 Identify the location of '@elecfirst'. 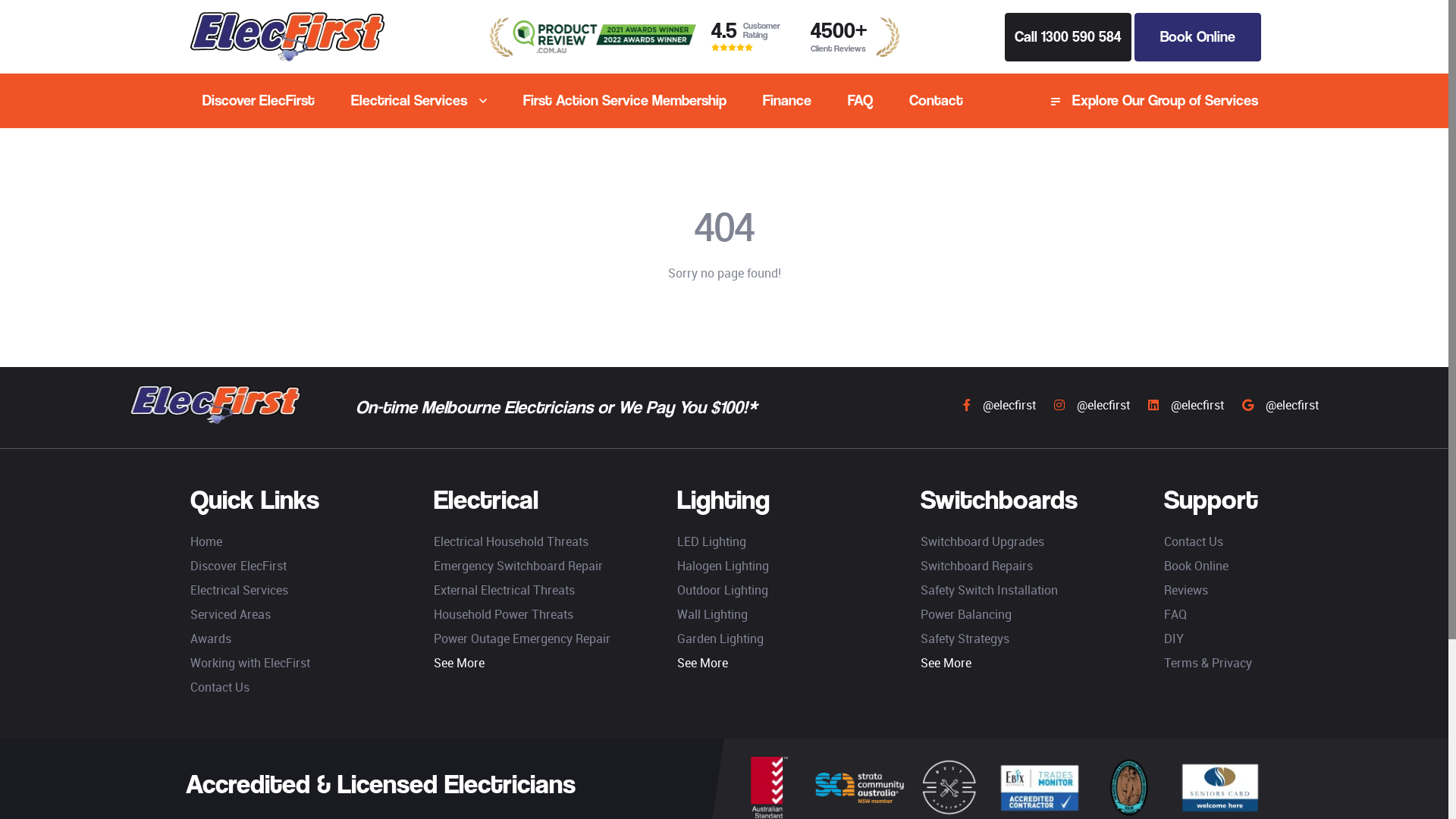
(1279, 403).